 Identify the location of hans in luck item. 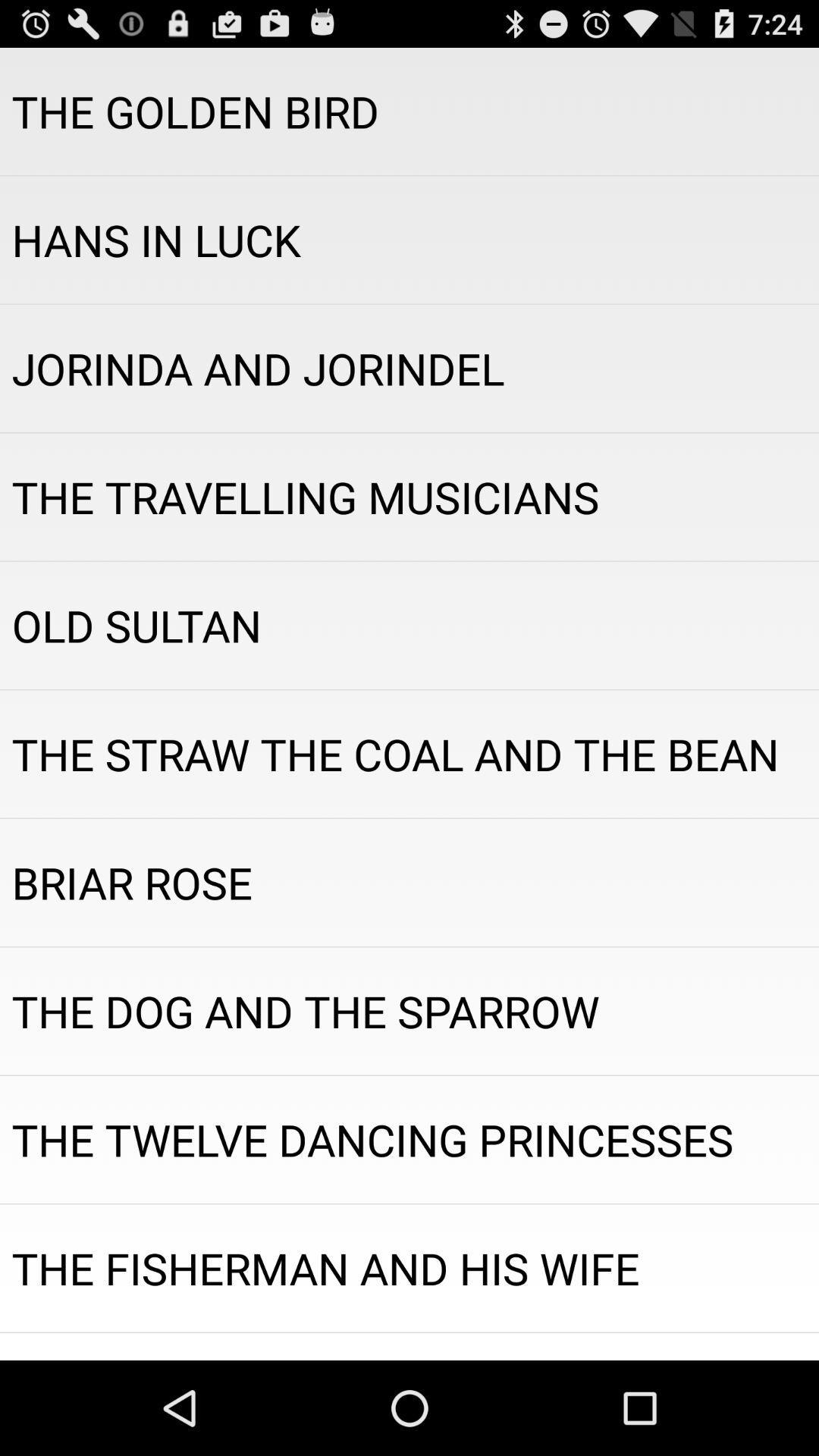
(409, 239).